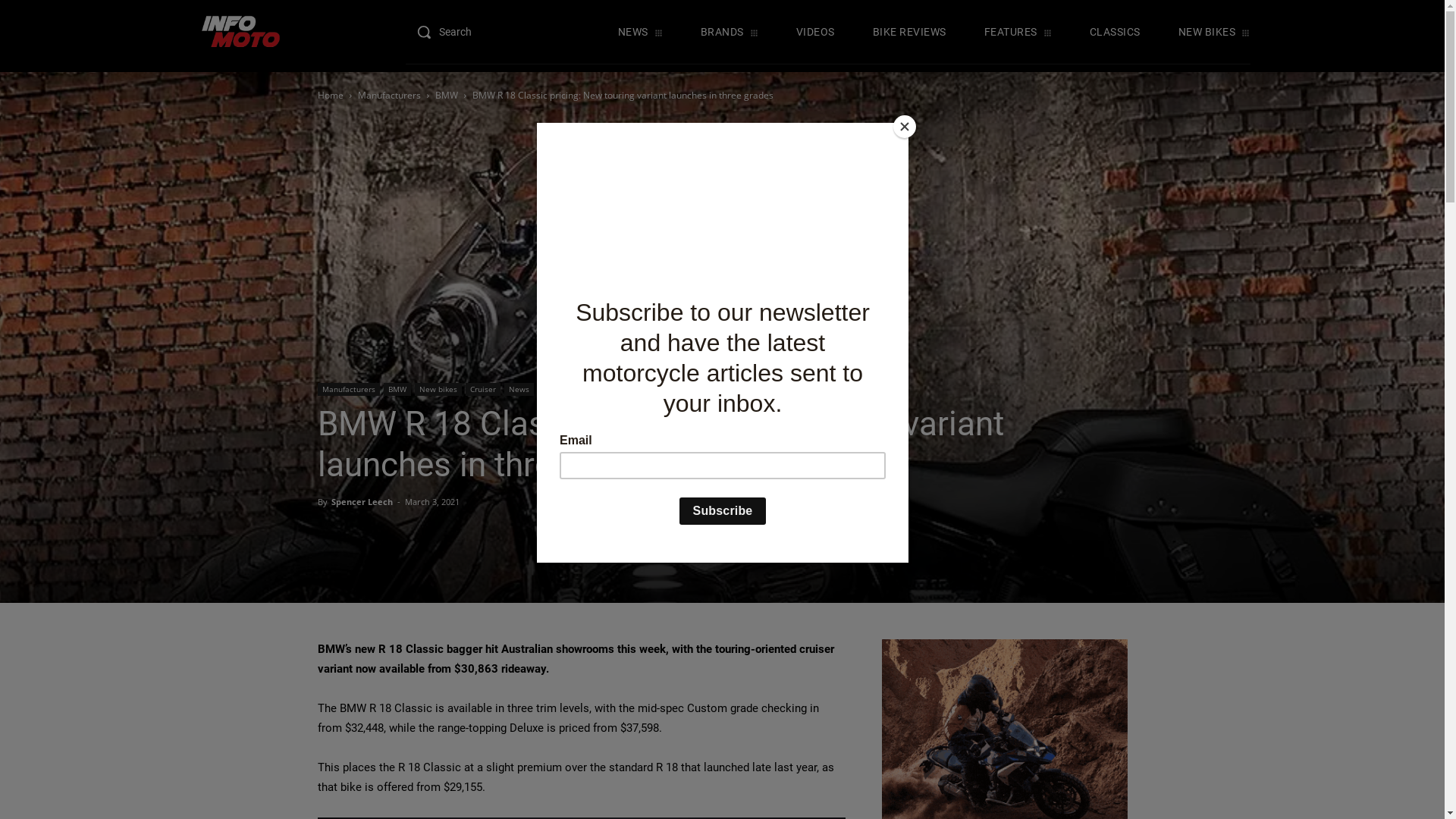 The width and height of the screenshot is (1456, 819). I want to click on 'New bikes', so click(436, 388).